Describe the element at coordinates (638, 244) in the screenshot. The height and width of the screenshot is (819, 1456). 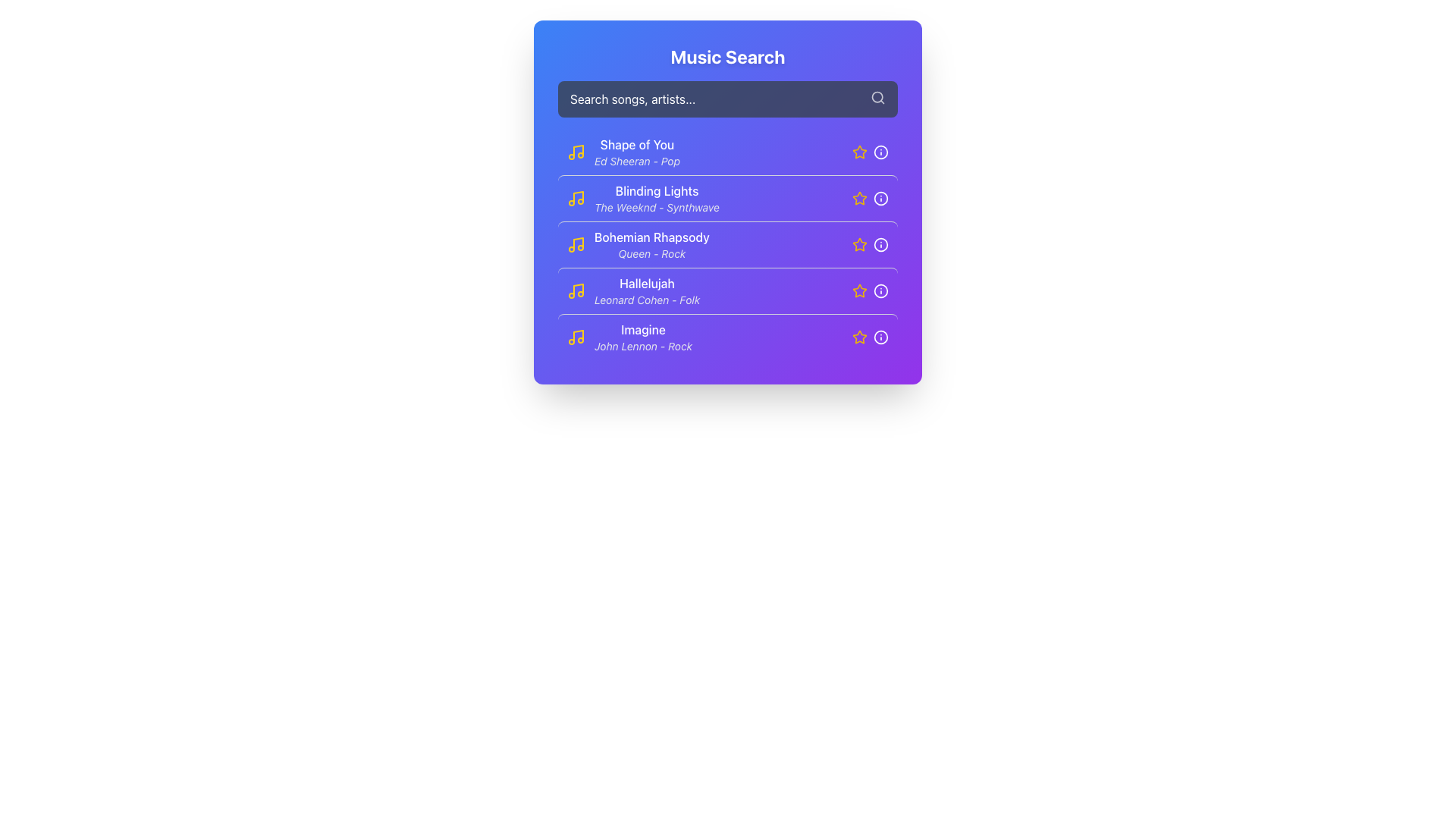
I see `the text block displaying the song entry 'Bohemian Rhapsody' with the subtitle 'Queen - Rock' and associated music note icon` at that location.